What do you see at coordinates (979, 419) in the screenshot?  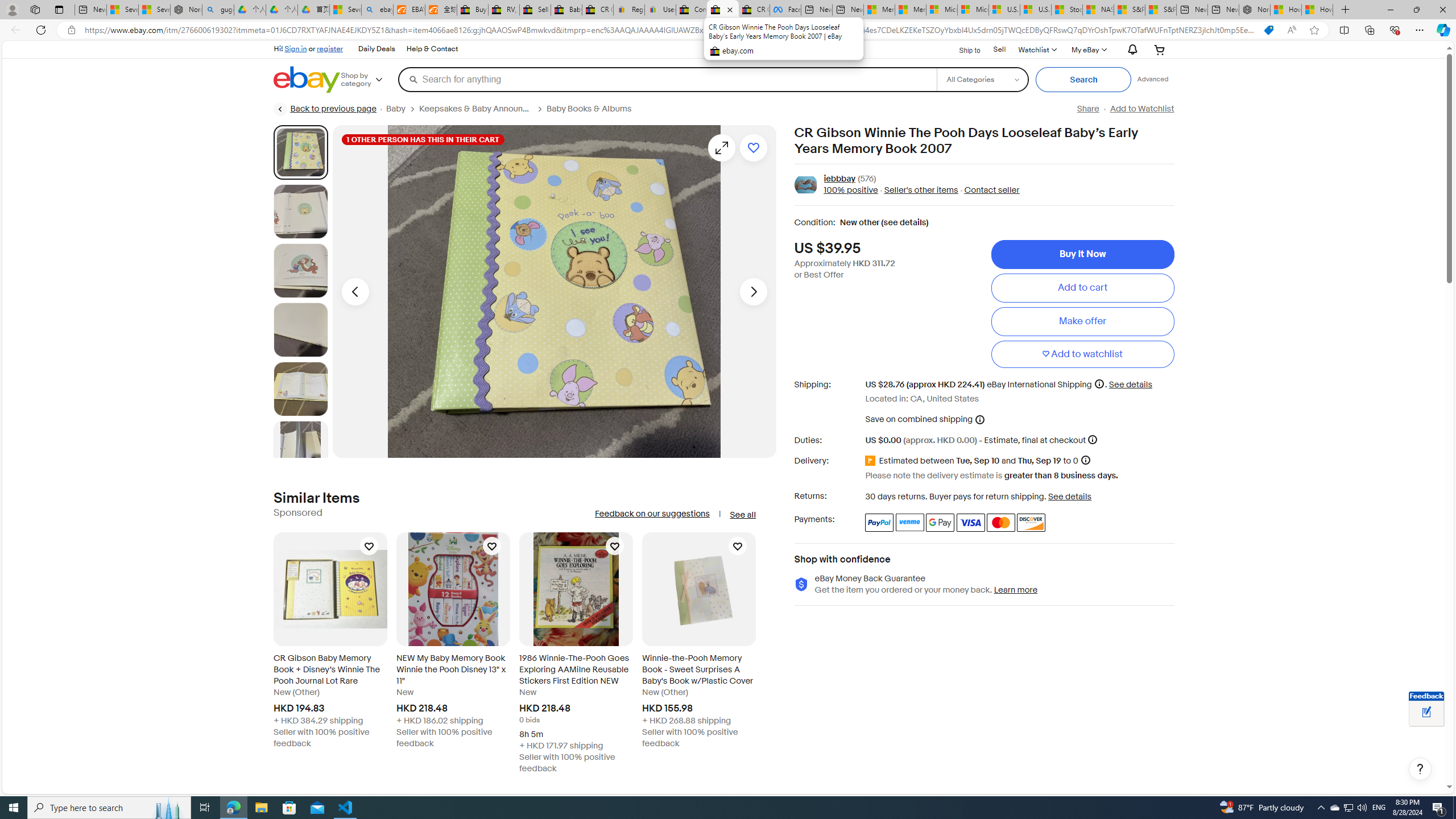 I see `'More information on Combined Shipping. Opens a layer.'` at bounding box center [979, 419].